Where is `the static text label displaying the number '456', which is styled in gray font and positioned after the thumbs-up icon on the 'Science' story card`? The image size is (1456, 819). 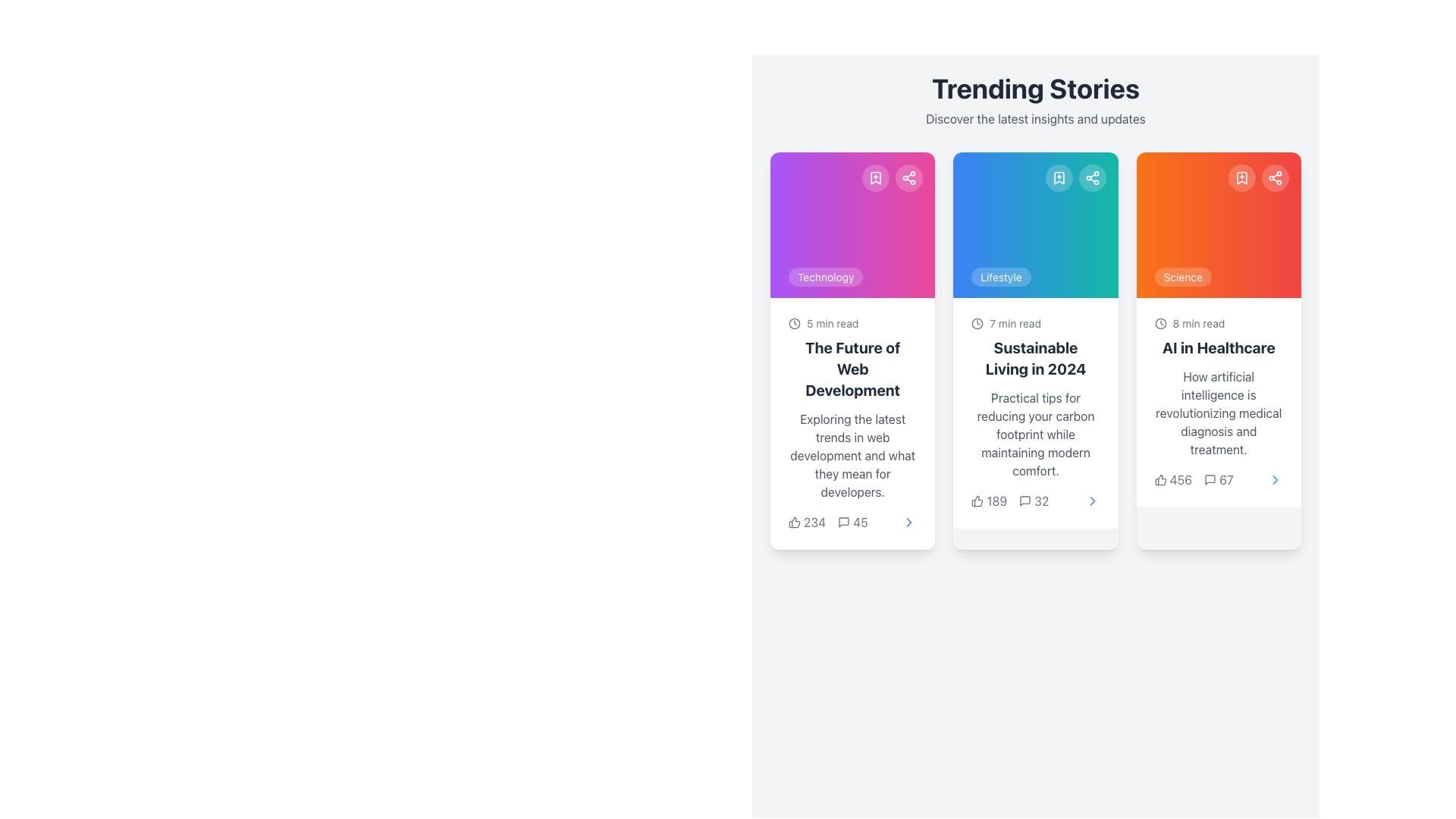
the static text label displaying the number '456', which is styled in gray font and positioned after the thumbs-up icon on the 'Science' story card is located at coordinates (1172, 479).